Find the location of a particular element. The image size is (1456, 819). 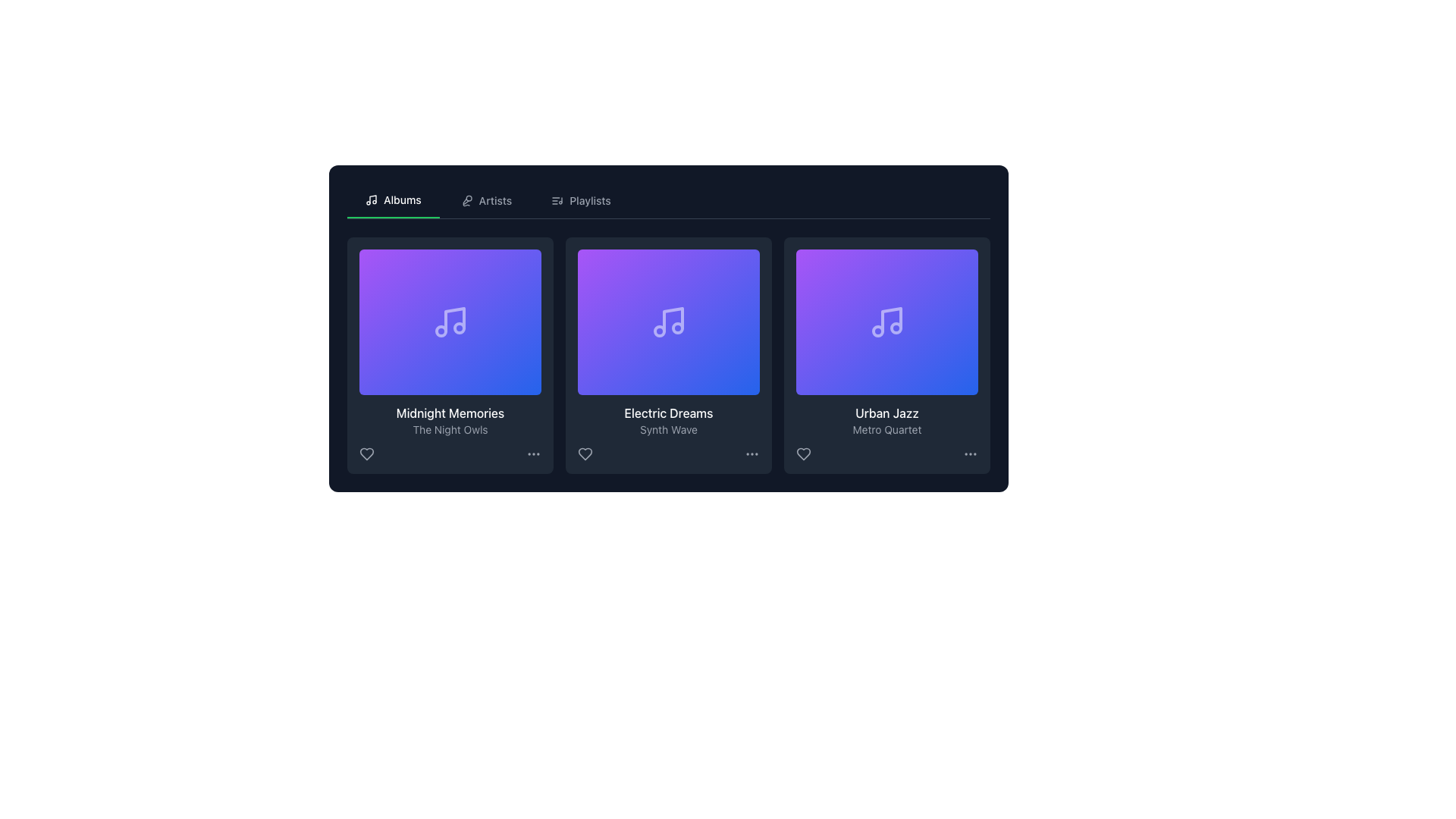

the ellipsis icon button located at the bottom-right of the 'Midnight Memories' card is located at coordinates (534, 453).